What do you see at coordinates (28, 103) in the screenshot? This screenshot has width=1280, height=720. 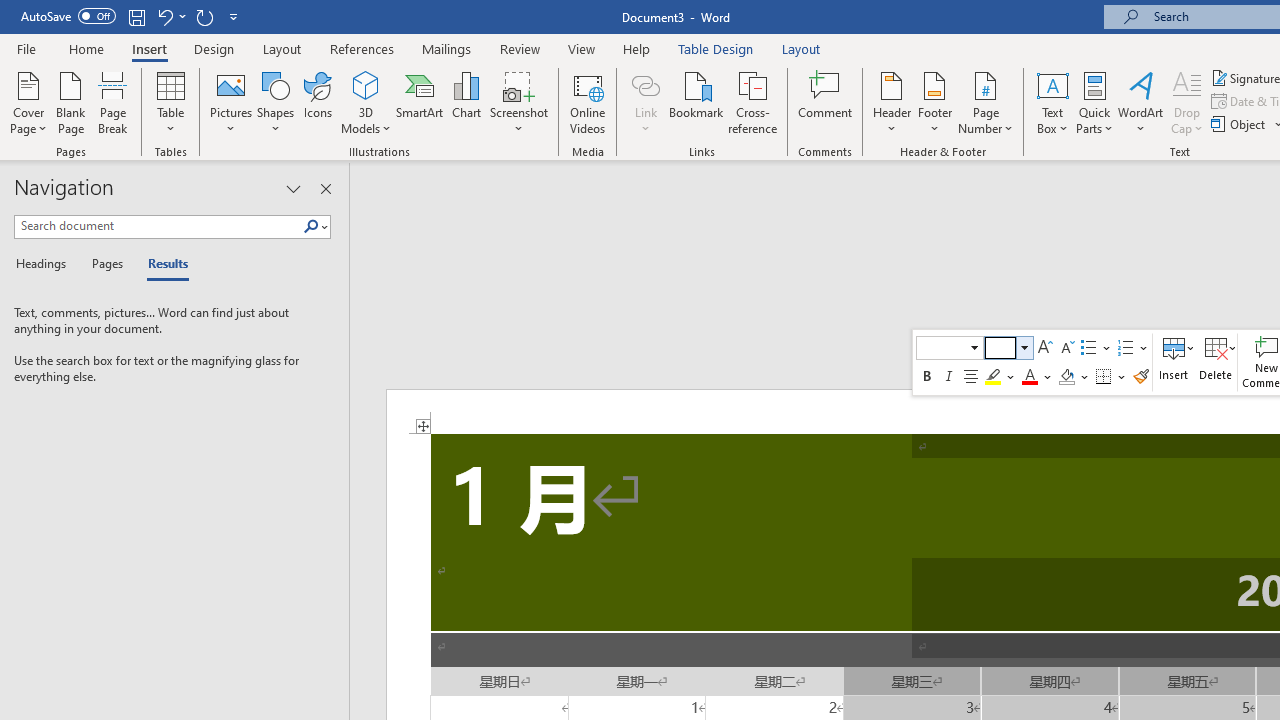 I see `'Cover Page'` at bounding box center [28, 103].